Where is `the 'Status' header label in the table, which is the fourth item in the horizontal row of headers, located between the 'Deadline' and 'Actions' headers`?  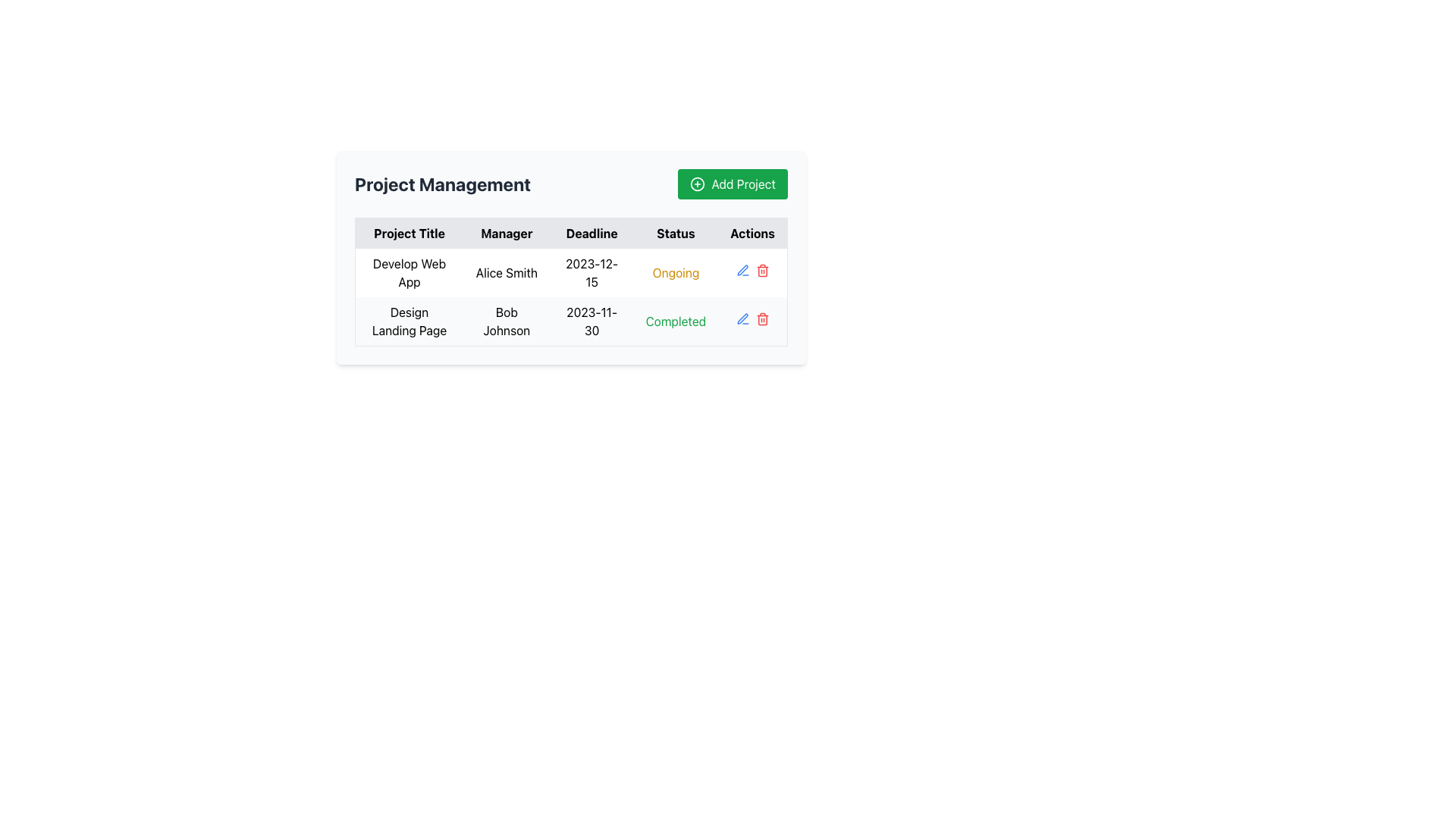
the 'Status' header label in the table, which is the fourth item in the horizontal row of headers, located between the 'Deadline' and 'Actions' headers is located at coordinates (675, 233).